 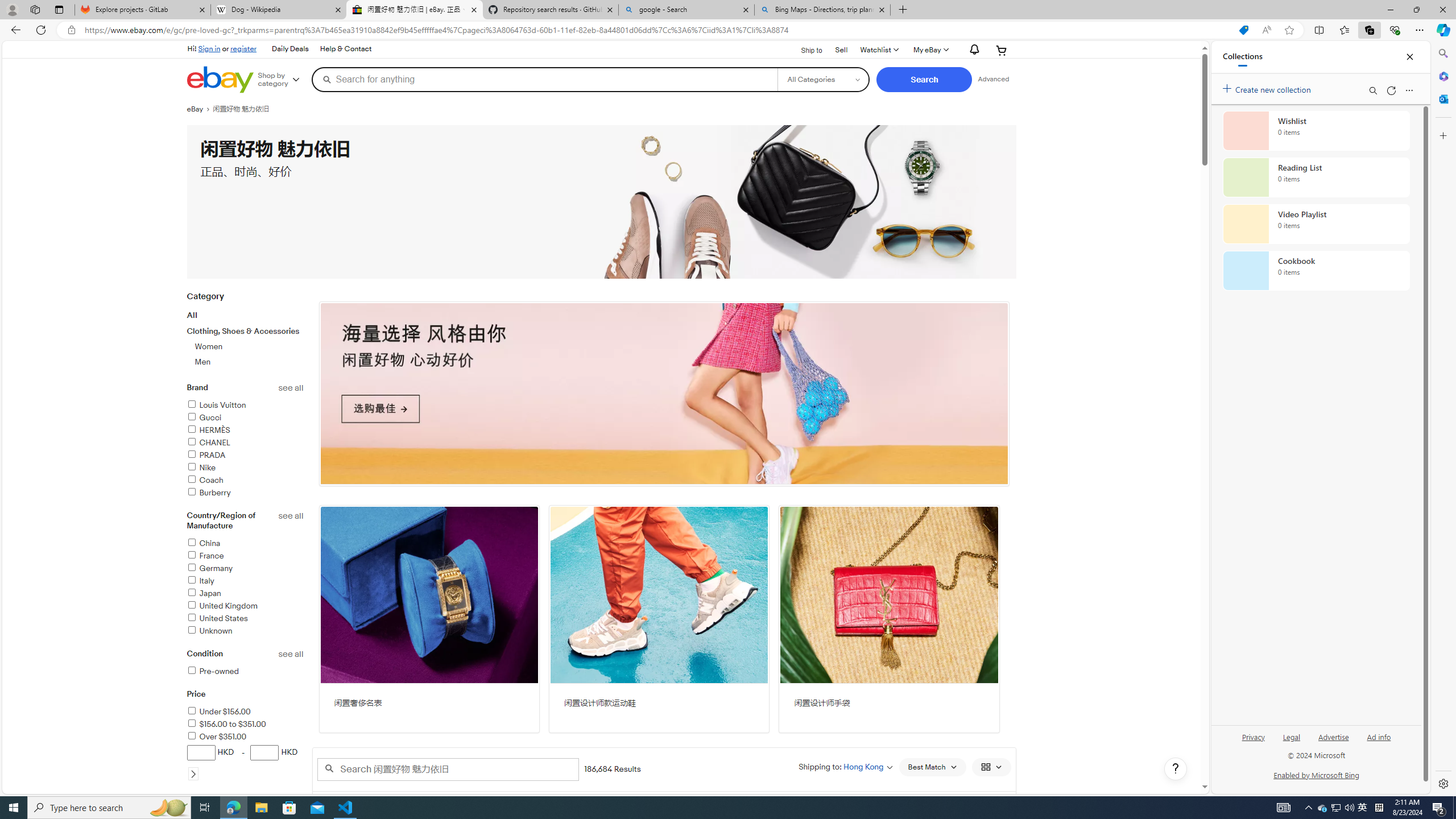 I want to click on 'CategoryAllClothing, Shoes & AccessoriesWomenMen', so click(x=245, y=335).